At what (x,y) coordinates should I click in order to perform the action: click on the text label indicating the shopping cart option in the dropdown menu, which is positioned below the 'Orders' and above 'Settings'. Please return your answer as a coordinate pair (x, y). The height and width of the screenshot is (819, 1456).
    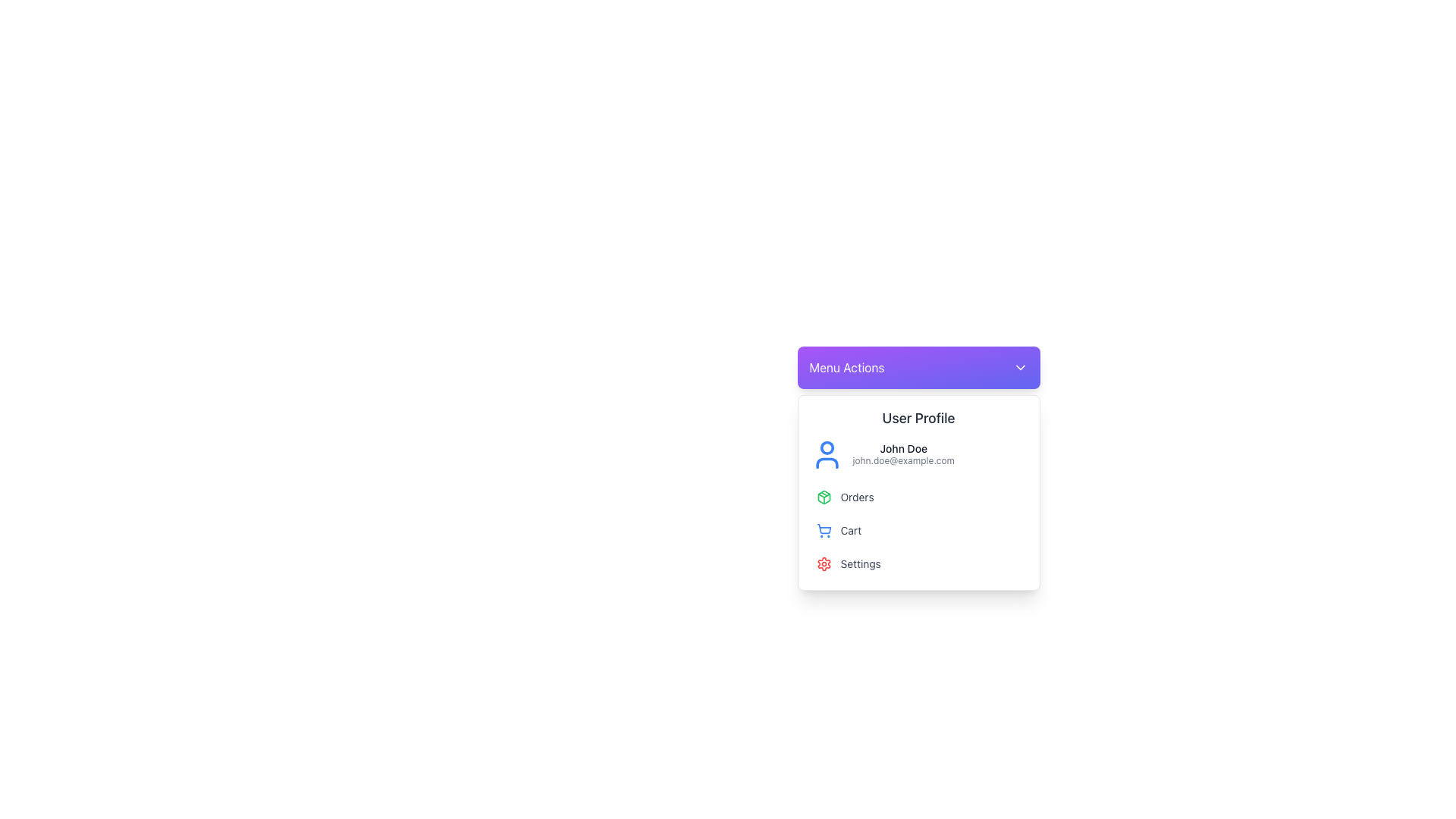
    Looking at the image, I should click on (851, 529).